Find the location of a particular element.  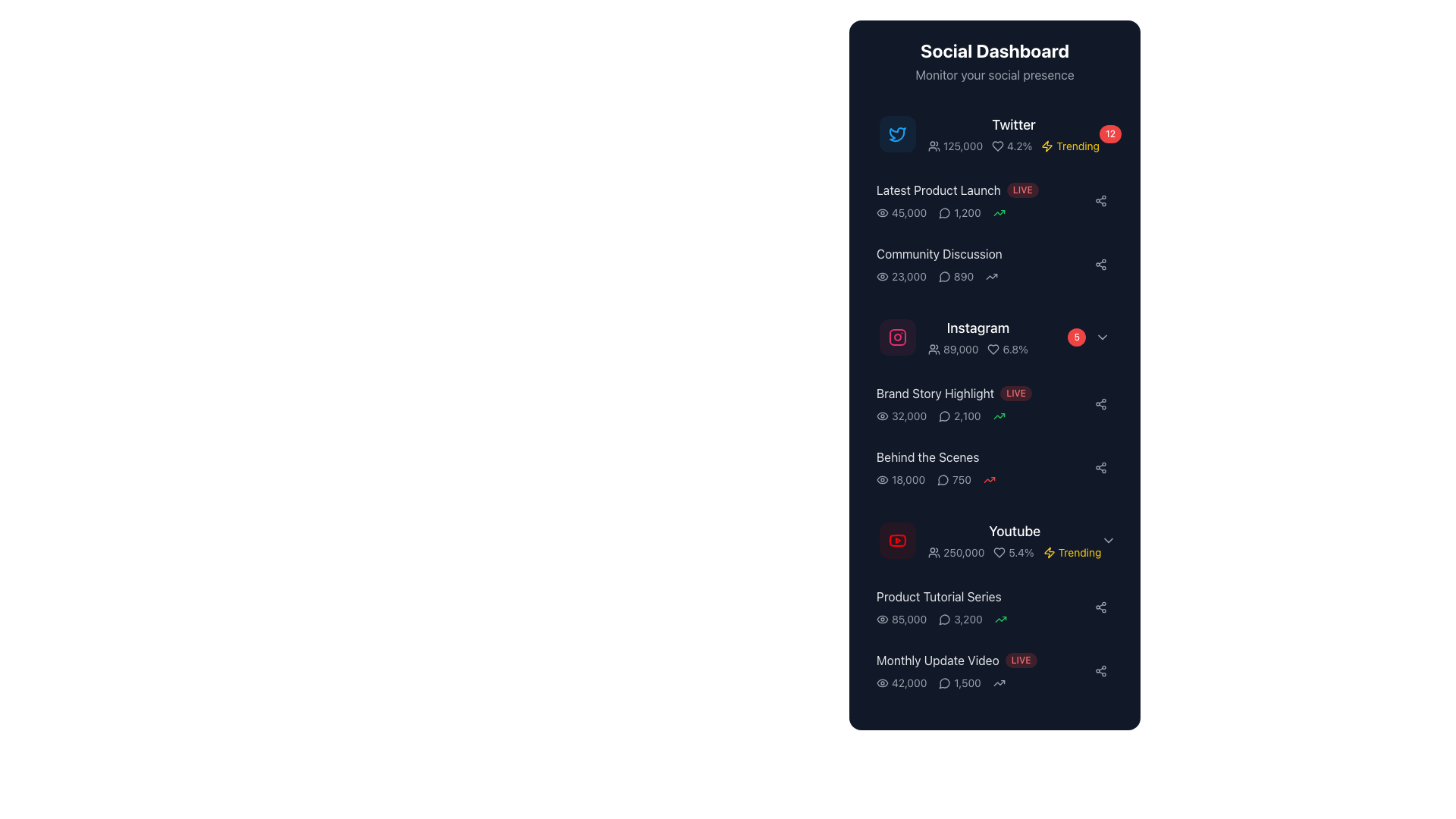

the eye-shaped icon that is located to the left of the numerical label '42,000' in the 'Monthly Update Video' section of the dashboard is located at coordinates (882, 683).